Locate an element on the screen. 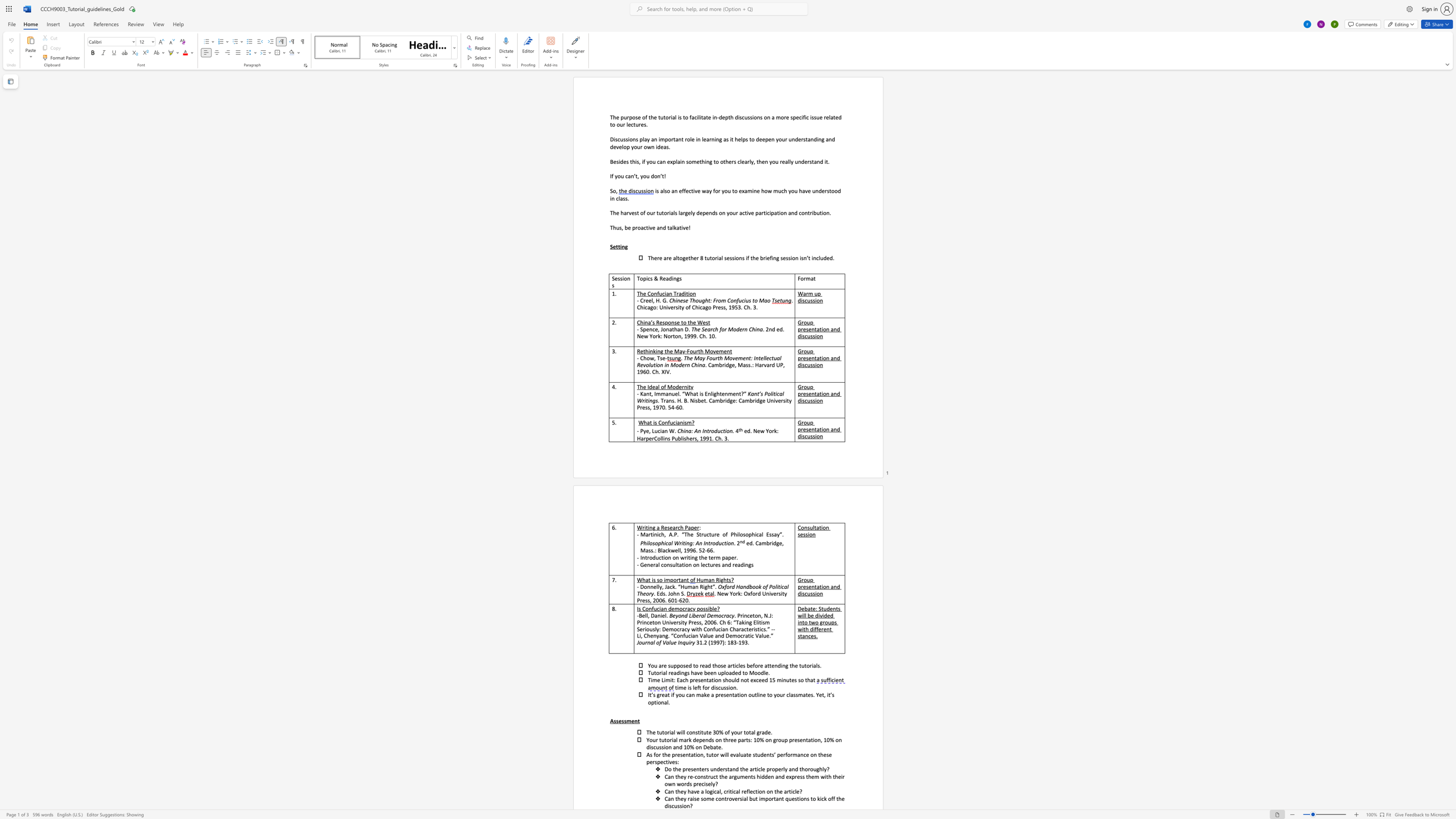  the 4th character "t" in the text is located at coordinates (710, 257).